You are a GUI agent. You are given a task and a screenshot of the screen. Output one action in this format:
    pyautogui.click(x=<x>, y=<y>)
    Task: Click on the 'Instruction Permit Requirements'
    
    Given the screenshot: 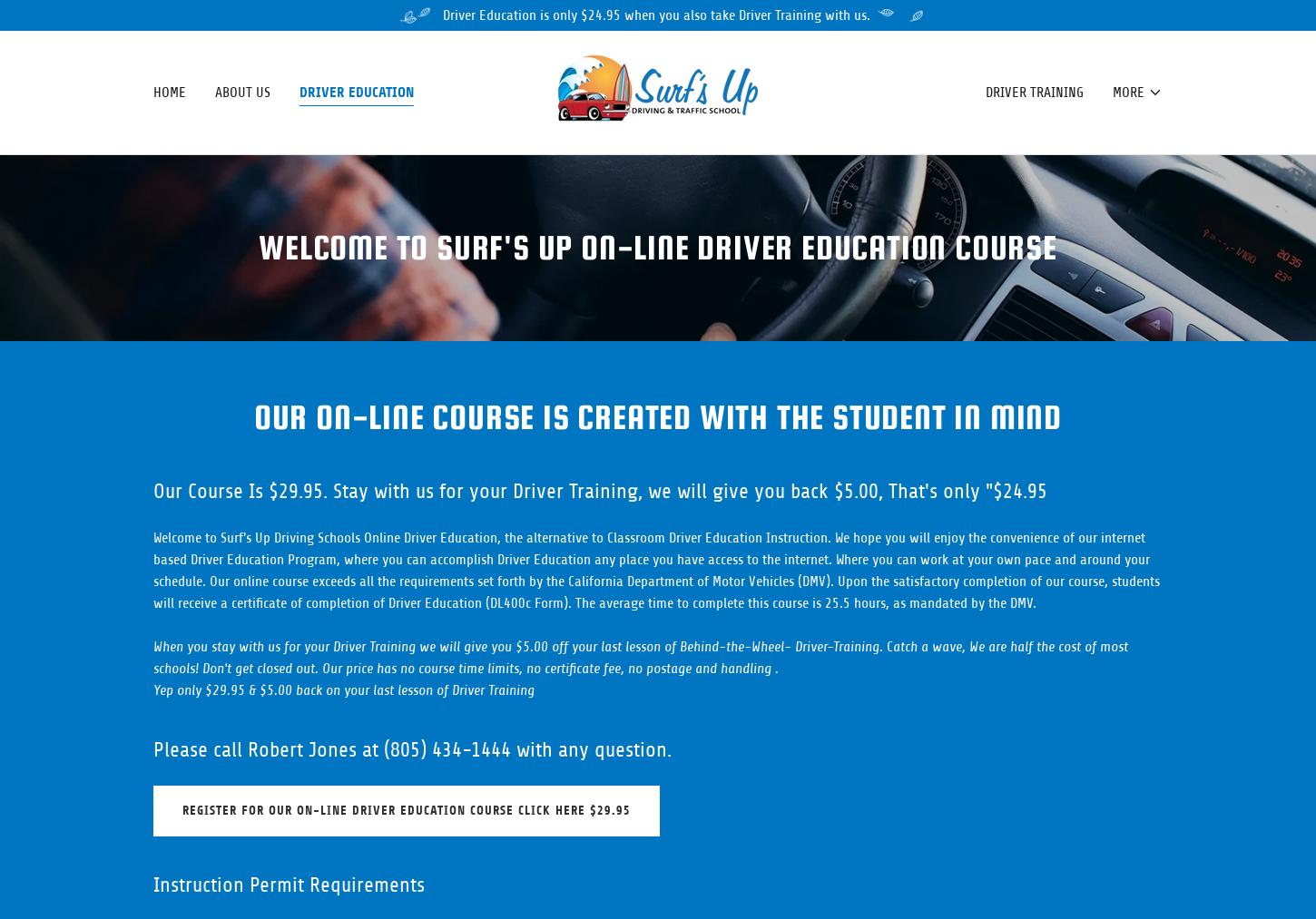 What is the action you would take?
    pyautogui.click(x=289, y=884)
    